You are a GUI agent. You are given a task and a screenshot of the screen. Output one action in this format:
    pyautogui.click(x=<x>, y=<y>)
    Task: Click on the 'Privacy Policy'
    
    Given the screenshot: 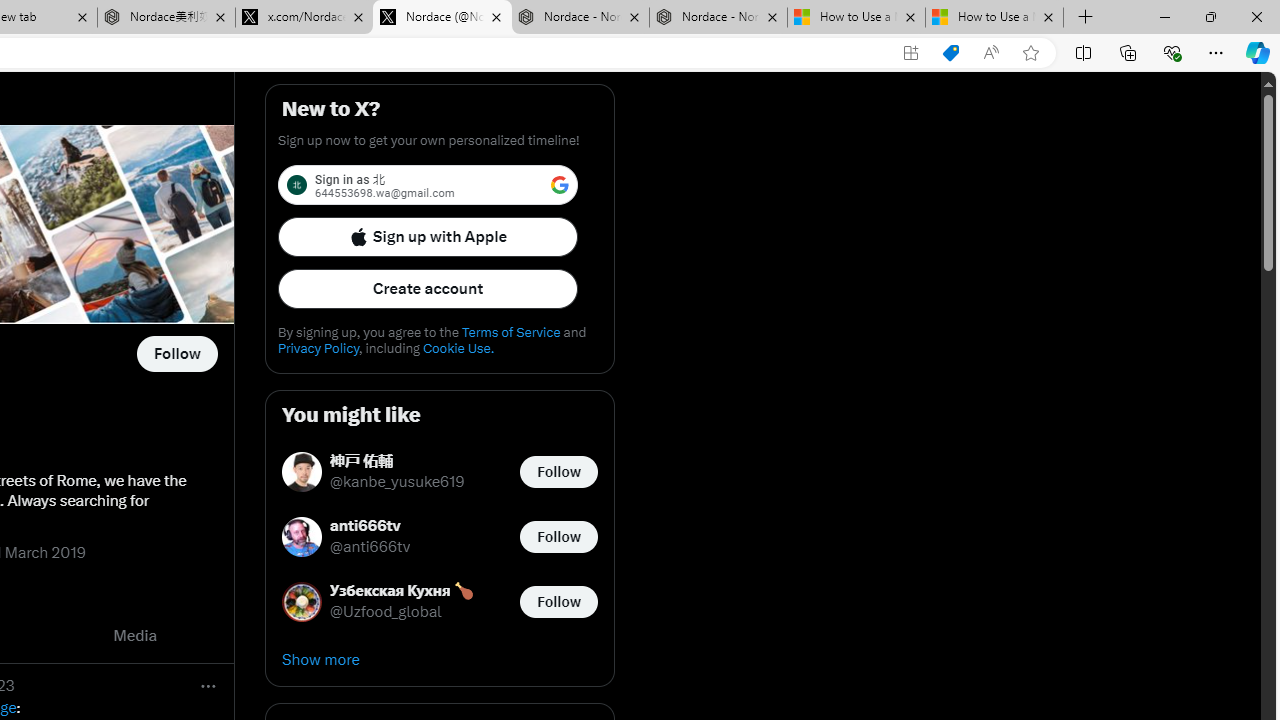 What is the action you would take?
    pyautogui.click(x=317, y=347)
    